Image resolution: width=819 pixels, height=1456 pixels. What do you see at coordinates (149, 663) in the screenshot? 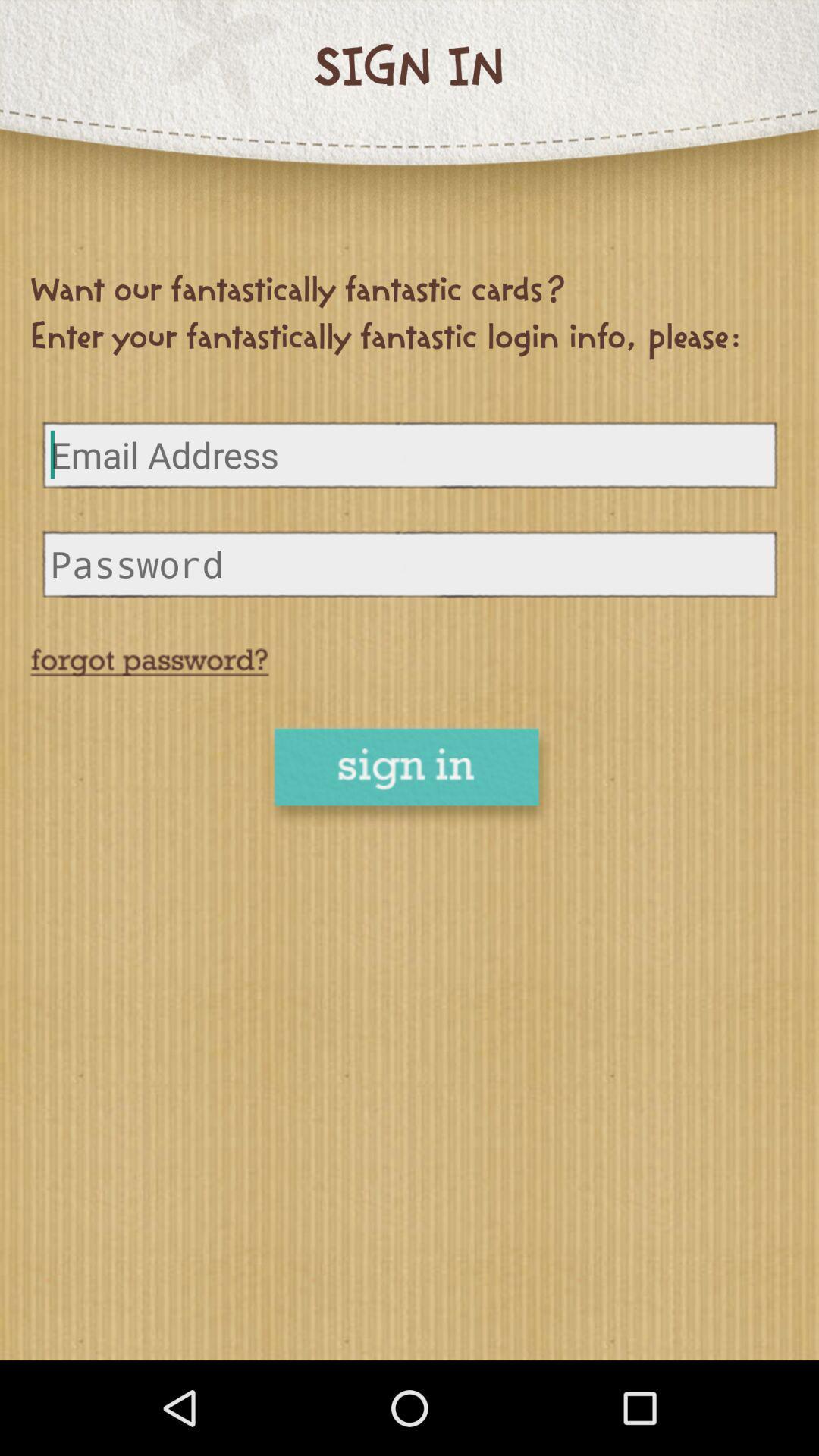
I see `reset password` at bounding box center [149, 663].